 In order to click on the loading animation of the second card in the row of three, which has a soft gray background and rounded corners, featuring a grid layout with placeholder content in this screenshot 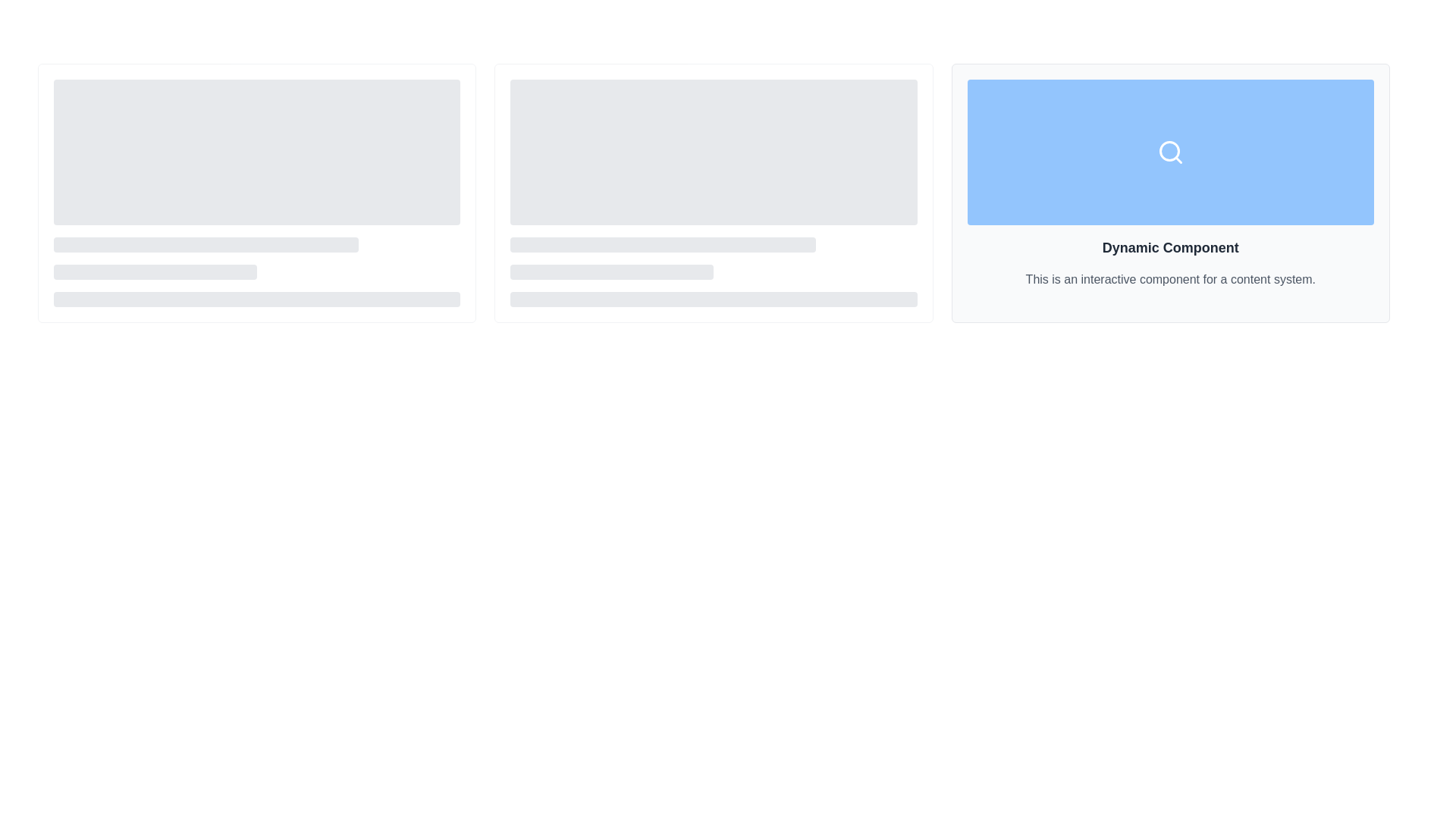, I will do `click(713, 192)`.